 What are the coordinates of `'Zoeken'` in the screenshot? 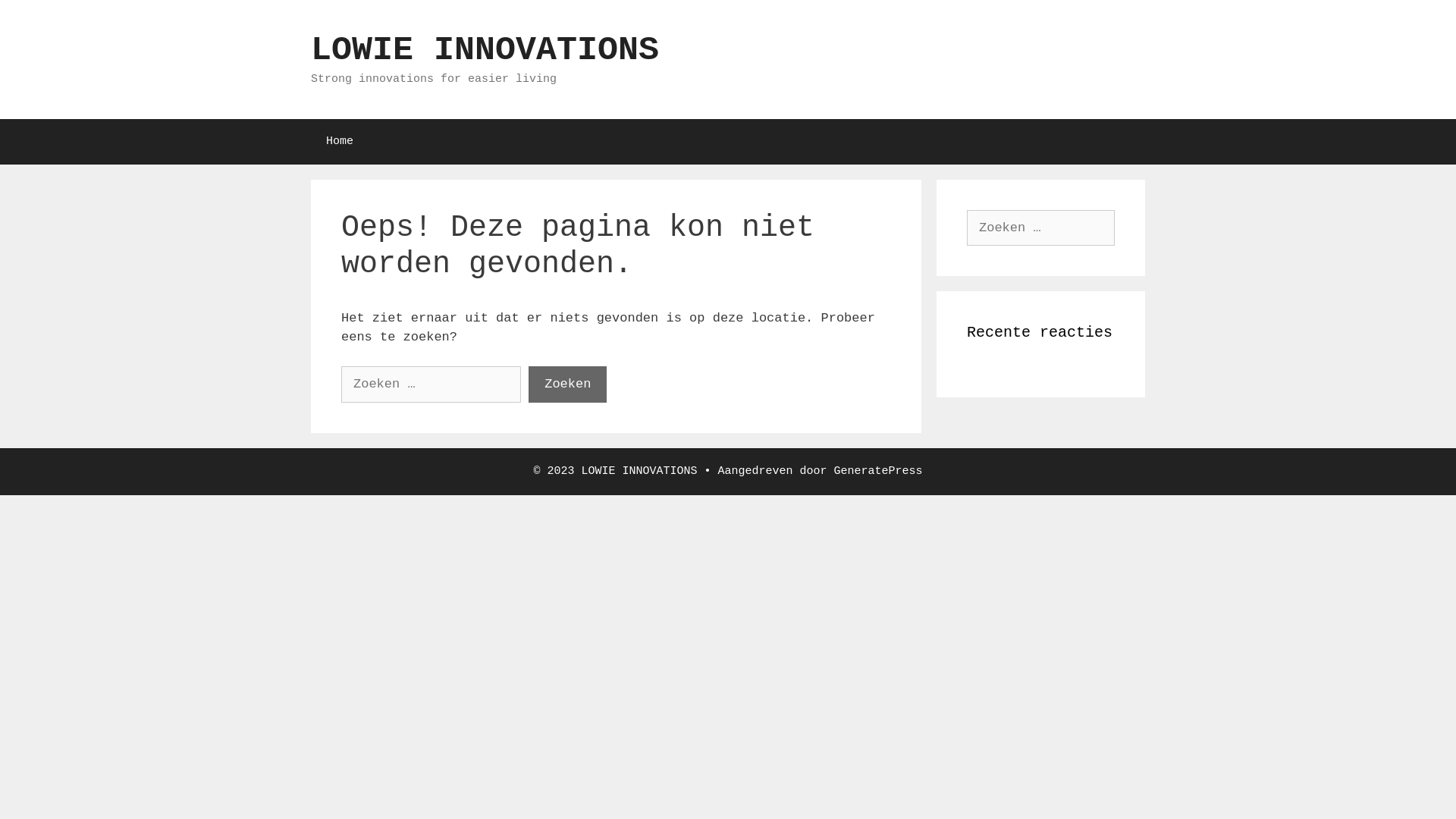 It's located at (566, 383).